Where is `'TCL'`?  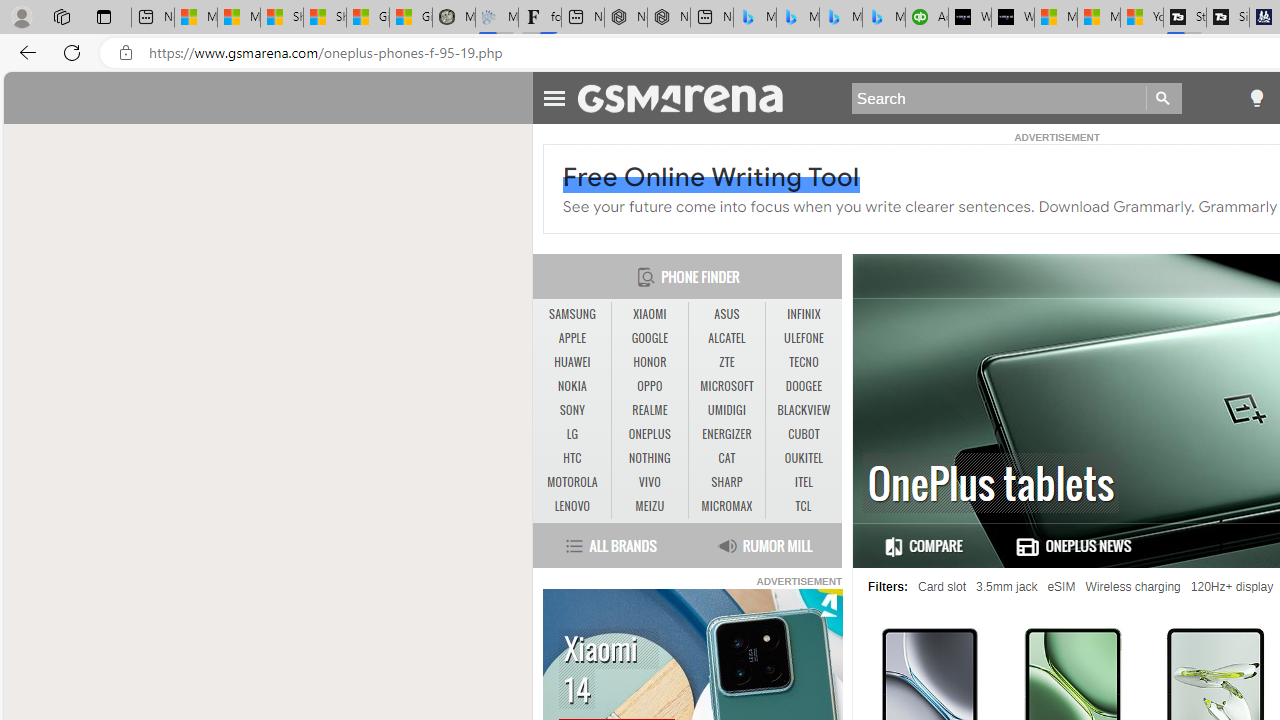 'TCL' is located at coordinates (803, 505).